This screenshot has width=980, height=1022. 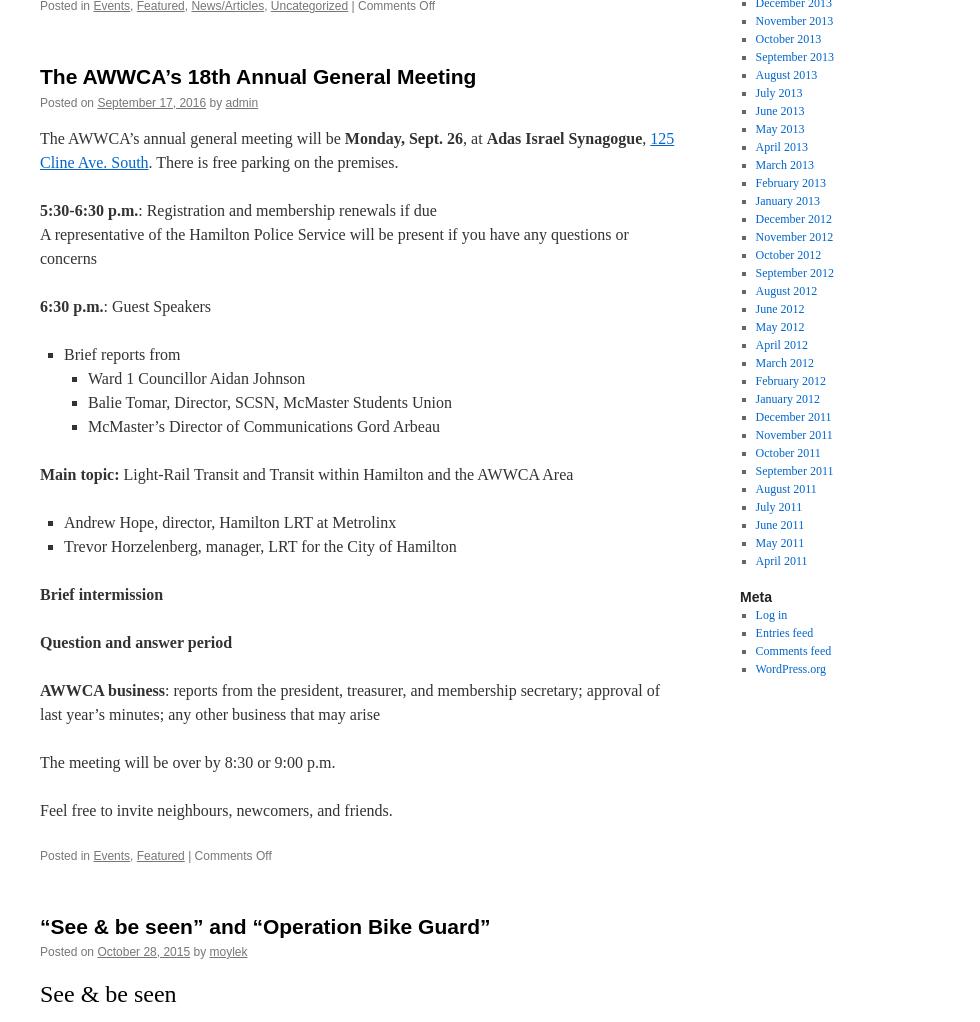 What do you see at coordinates (770, 614) in the screenshot?
I see `'Log in'` at bounding box center [770, 614].